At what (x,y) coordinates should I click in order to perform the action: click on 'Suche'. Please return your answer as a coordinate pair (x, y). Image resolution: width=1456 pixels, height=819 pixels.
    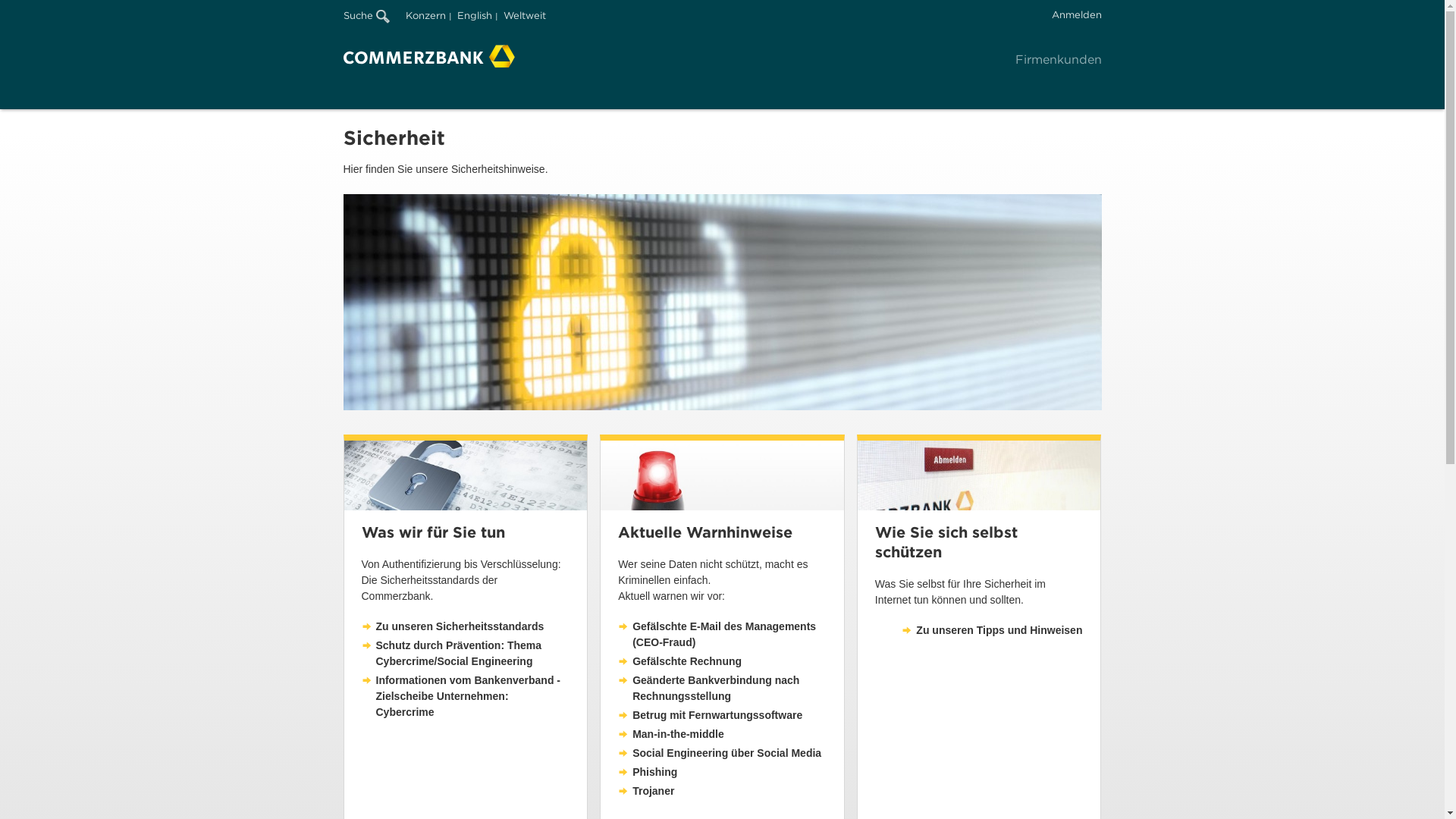
    Looking at the image, I should click on (341, 15).